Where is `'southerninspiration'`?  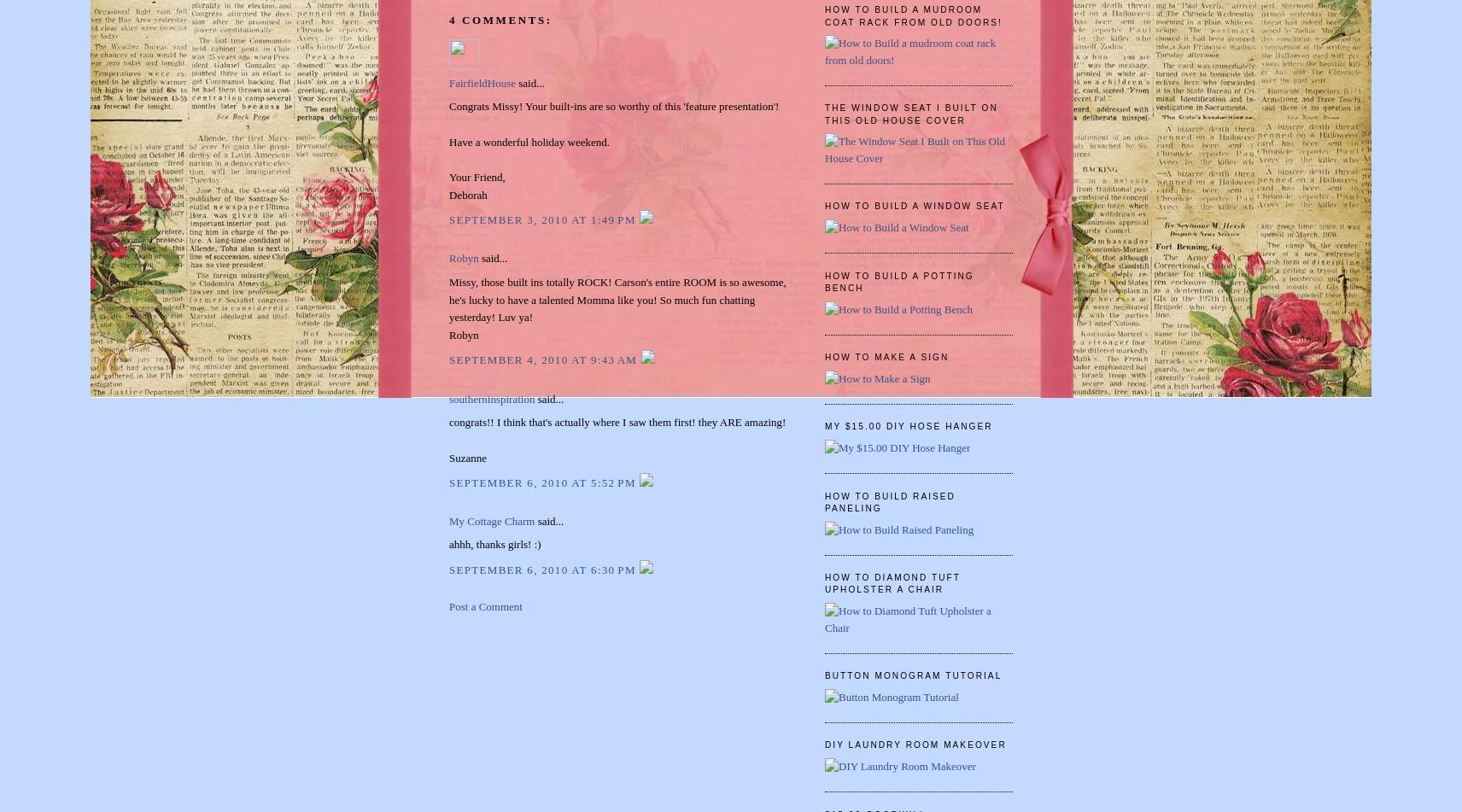
'southerninspiration' is located at coordinates (490, 398).